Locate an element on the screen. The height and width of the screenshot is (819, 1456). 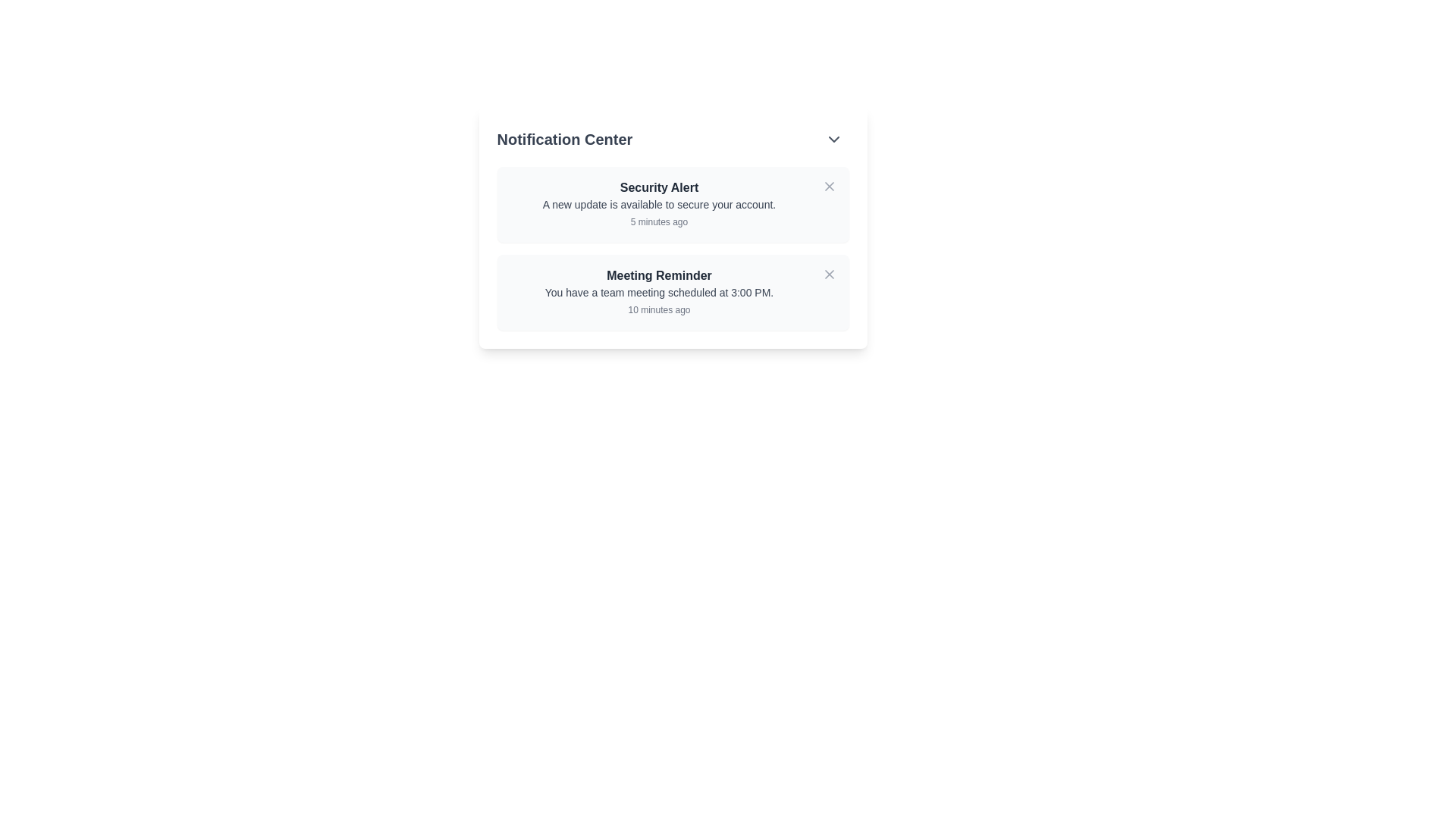
the close button located at the top-right corner of the 'Security Alert' notification block to observe its hover effect is located at coordinates (828, 186).